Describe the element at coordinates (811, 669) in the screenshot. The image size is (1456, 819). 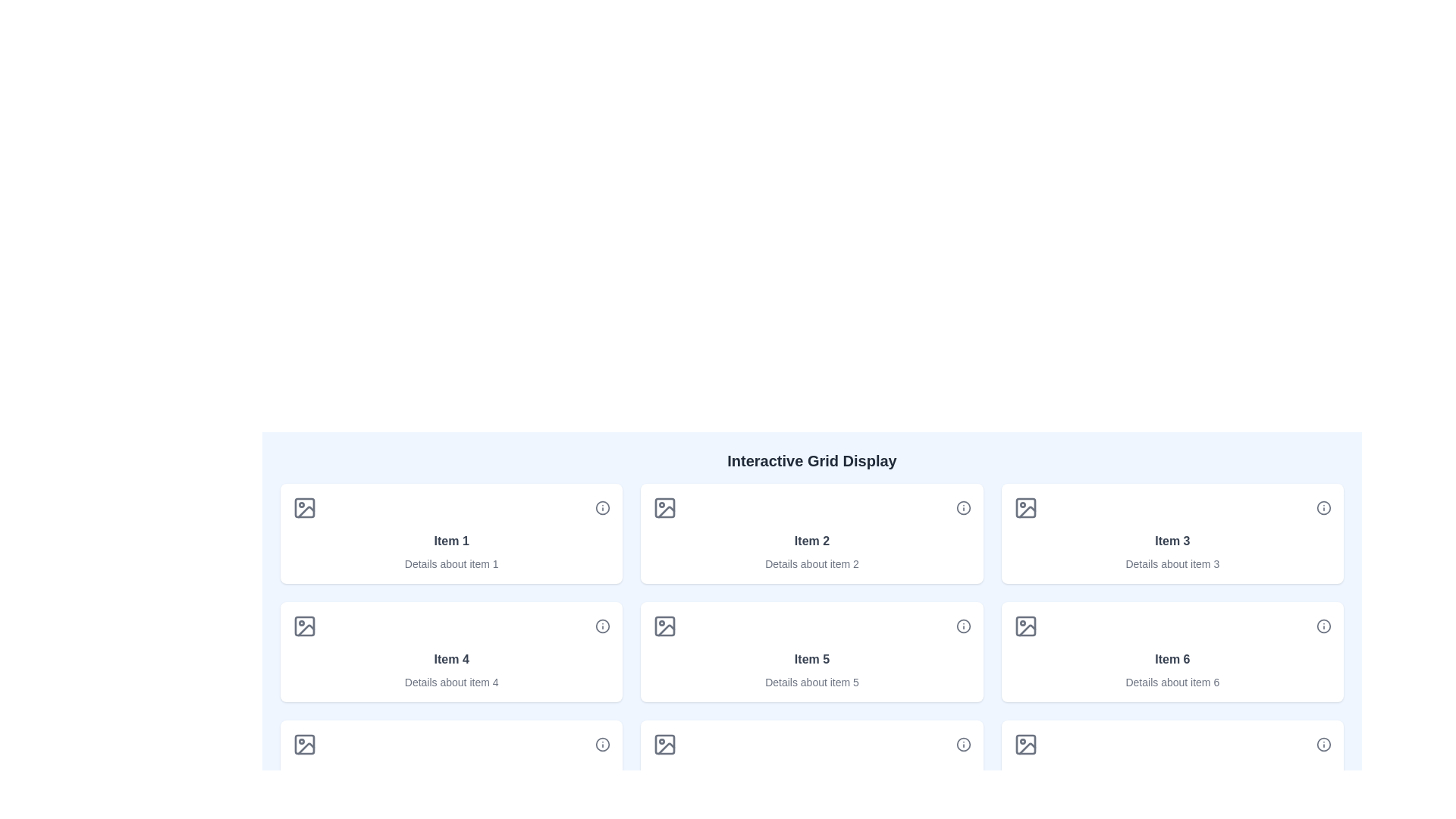
I see `the informational card displaying the title 'Item 5' and its details 'Details about item 5', located in the second row, third column of the grid layout` at that location.